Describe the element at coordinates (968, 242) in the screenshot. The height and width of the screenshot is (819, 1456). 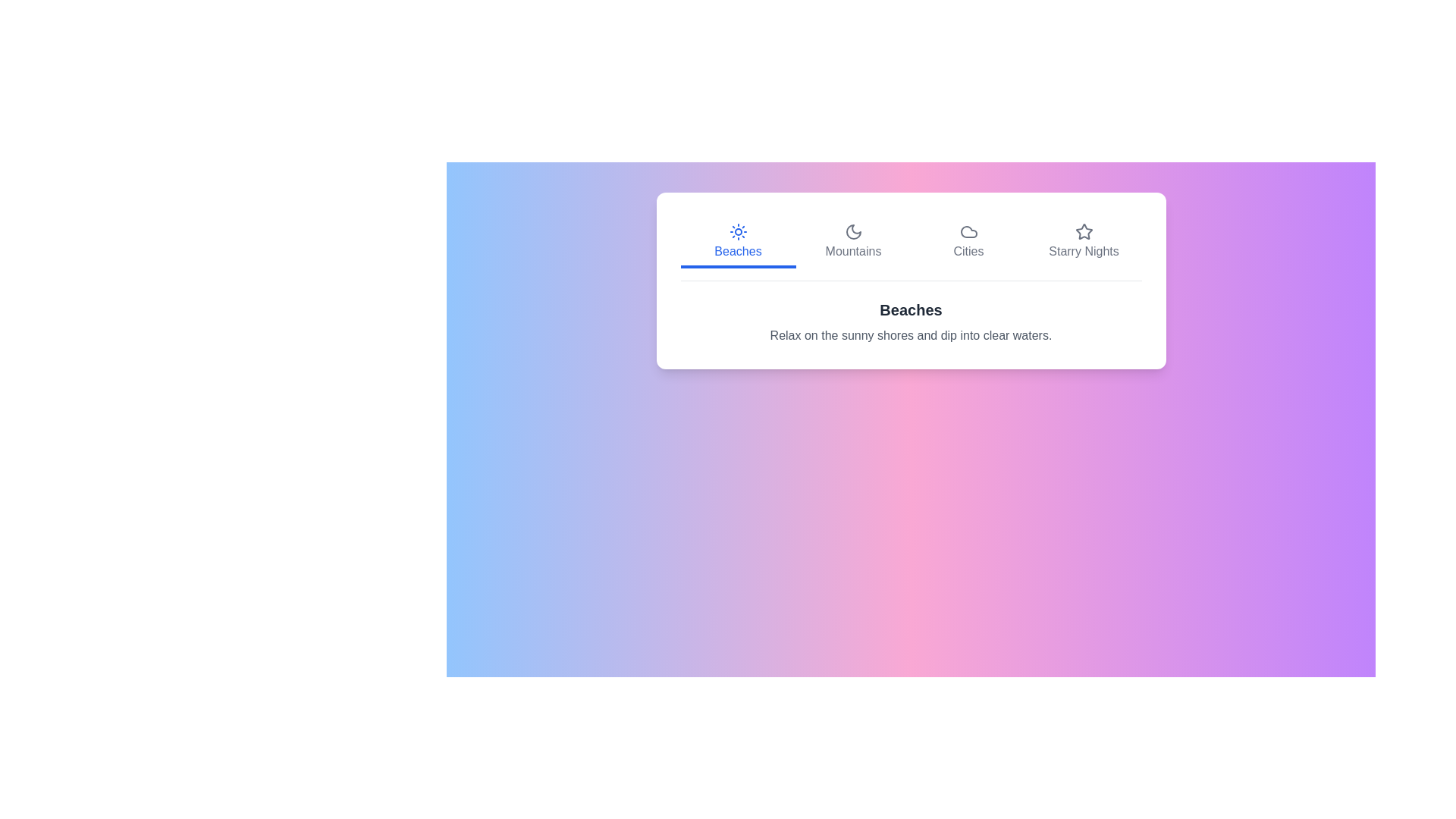
I see `the Cities button to preview its hover effect` at that location.